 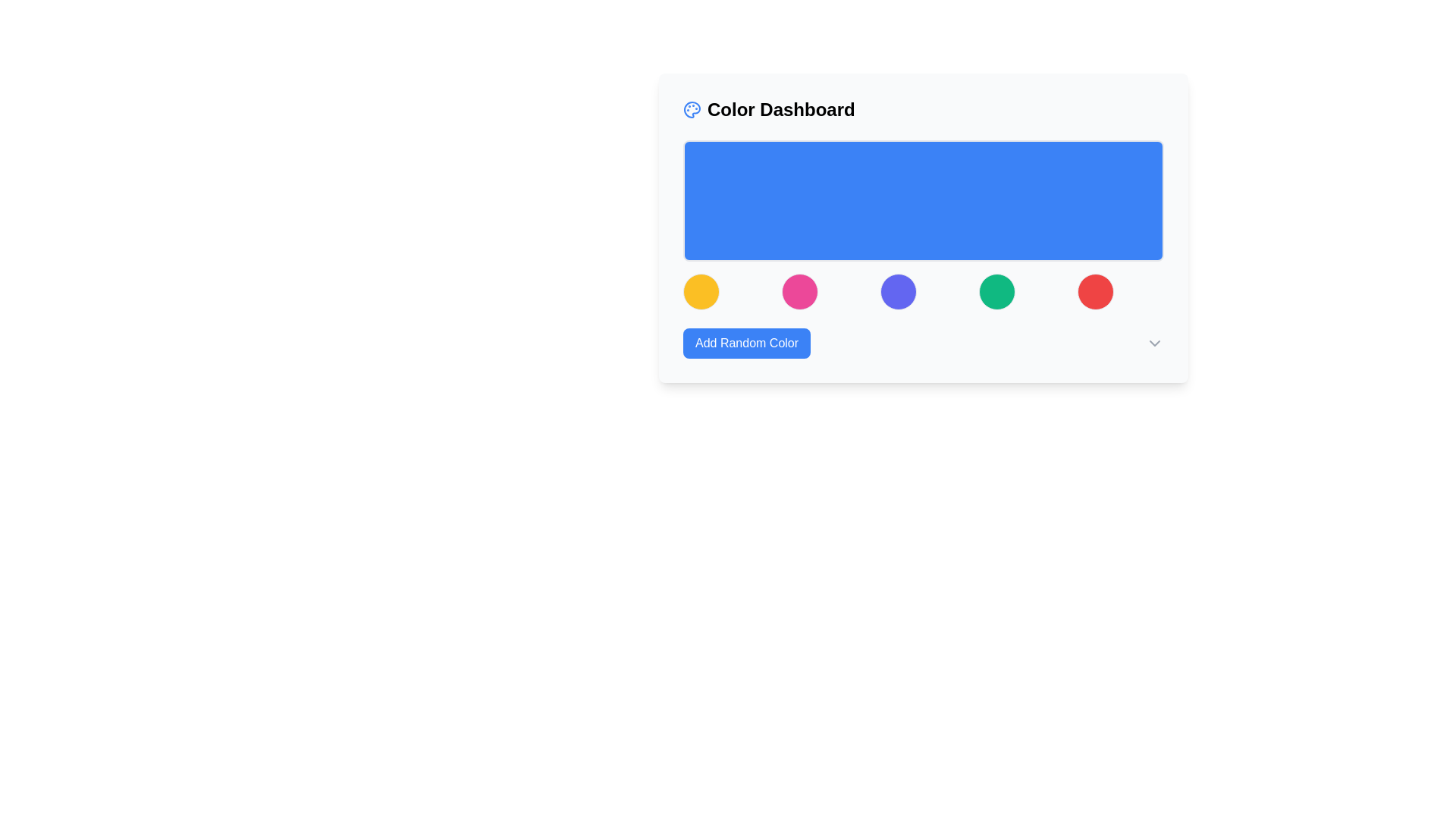 I want to click on the circular button with a vivid blue background, which is the third in a row of five equally spaced circles, so click(x=899, y=292).